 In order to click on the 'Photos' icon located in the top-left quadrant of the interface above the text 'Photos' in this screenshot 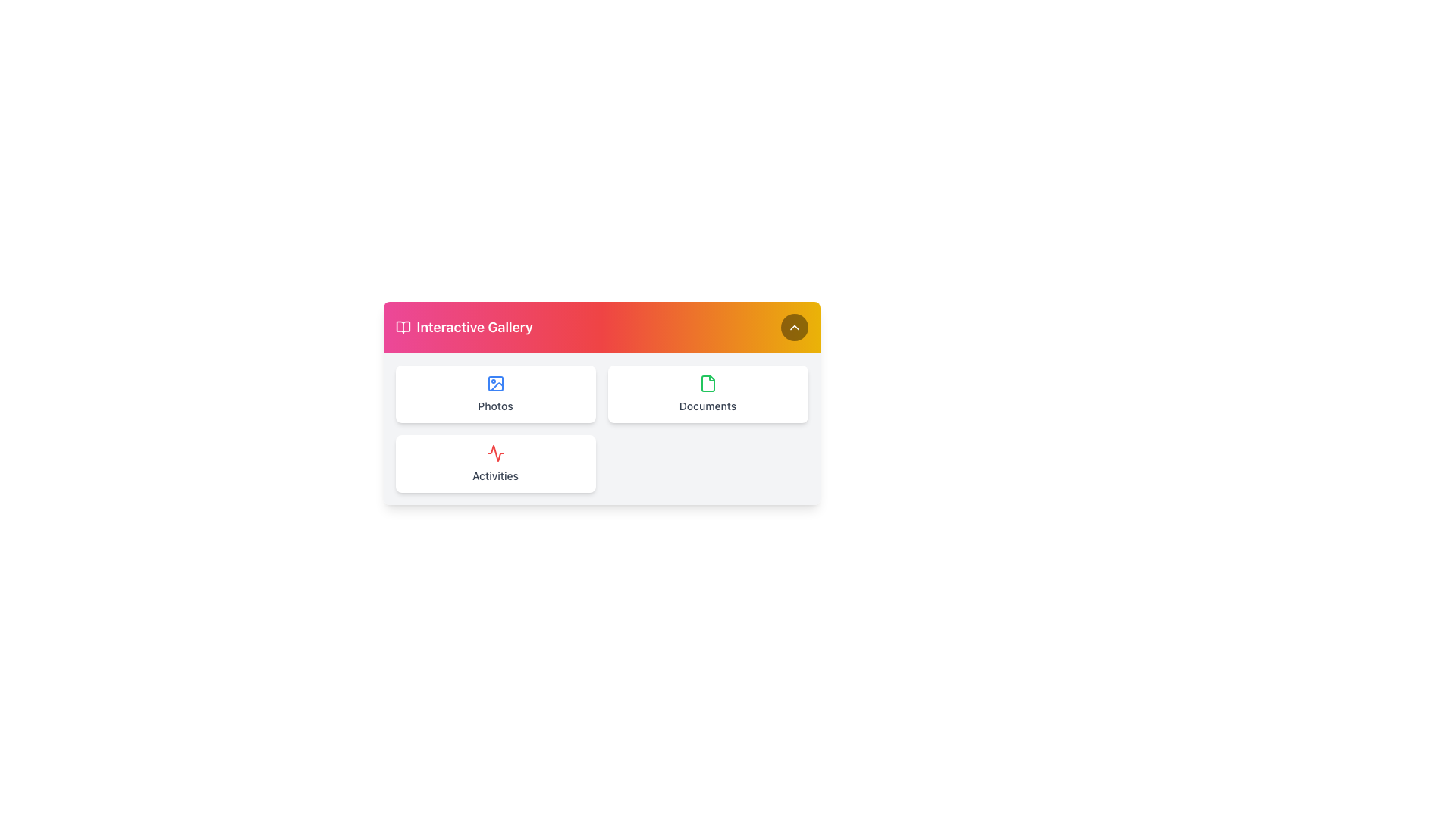, I will do `click(495, 382)`.